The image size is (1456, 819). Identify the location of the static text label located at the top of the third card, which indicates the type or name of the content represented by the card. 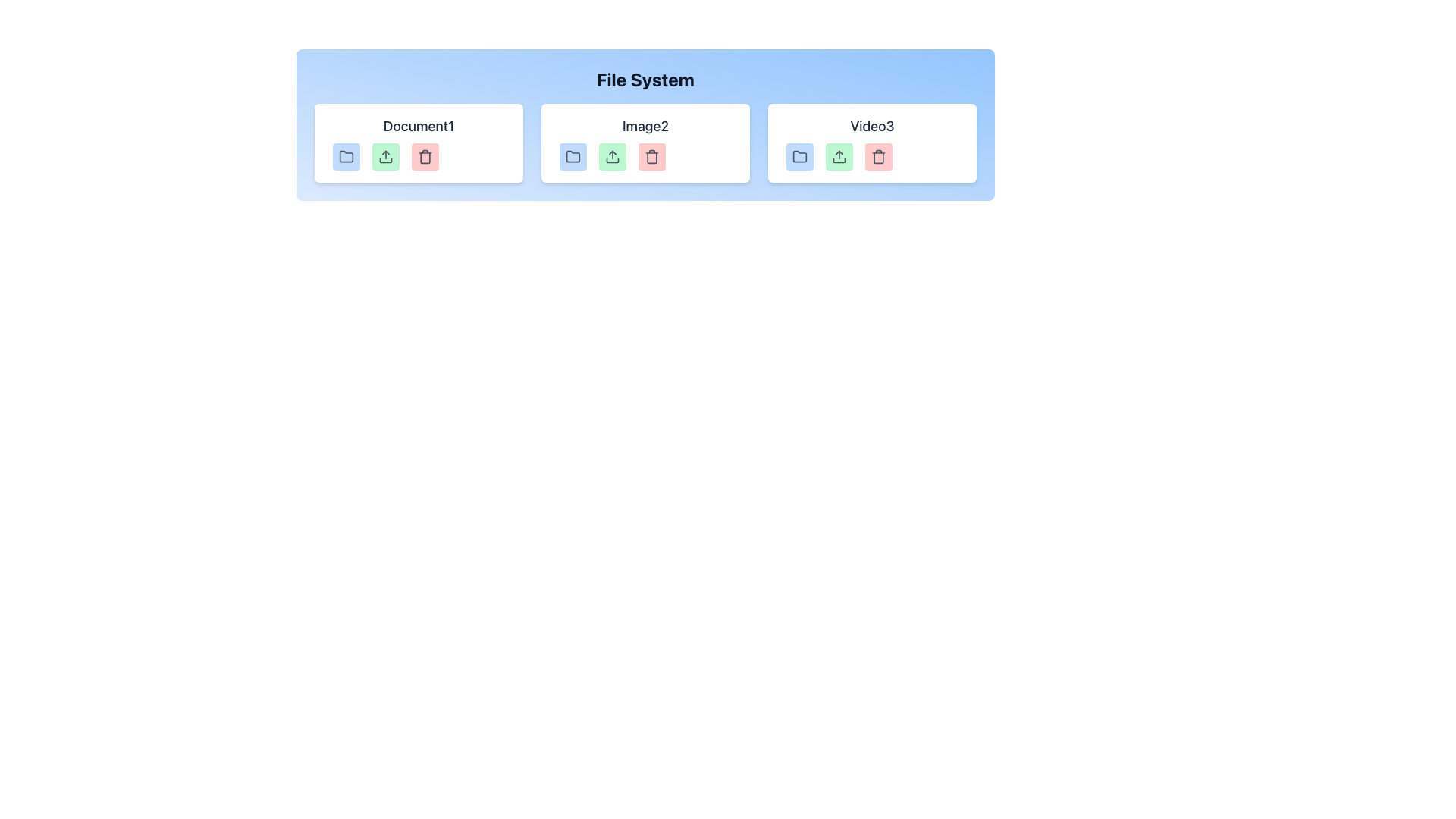
(872, 125).